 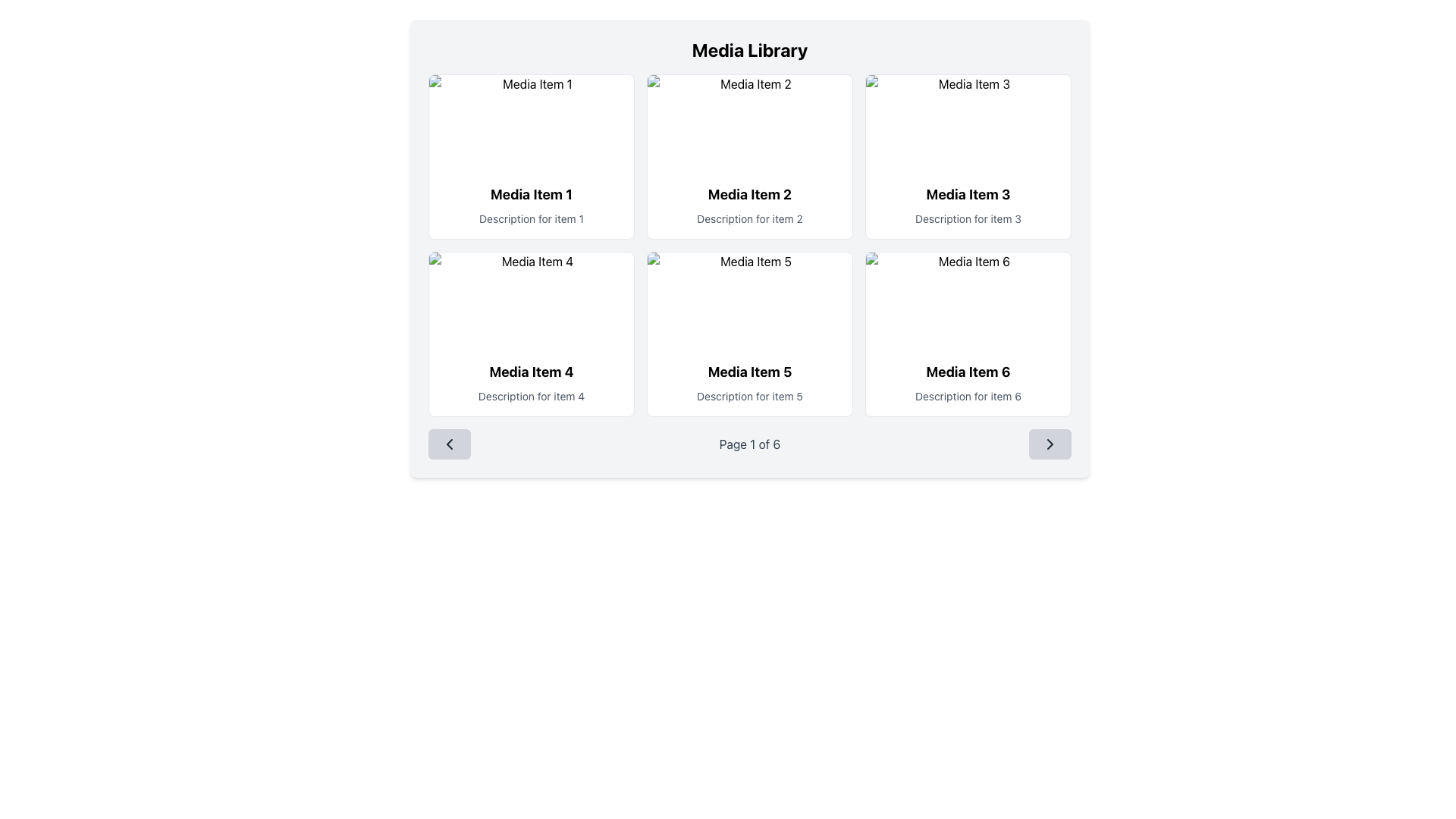 What do you see at coordinates (1050, 444) in the screenshot?
I see `the right-facing chevron arrow icon used for navigation, located at the bottom right of the interface, adjacent to the pagination section labeled 'Page 1 of 6'` at bounding box center [1050, 444].